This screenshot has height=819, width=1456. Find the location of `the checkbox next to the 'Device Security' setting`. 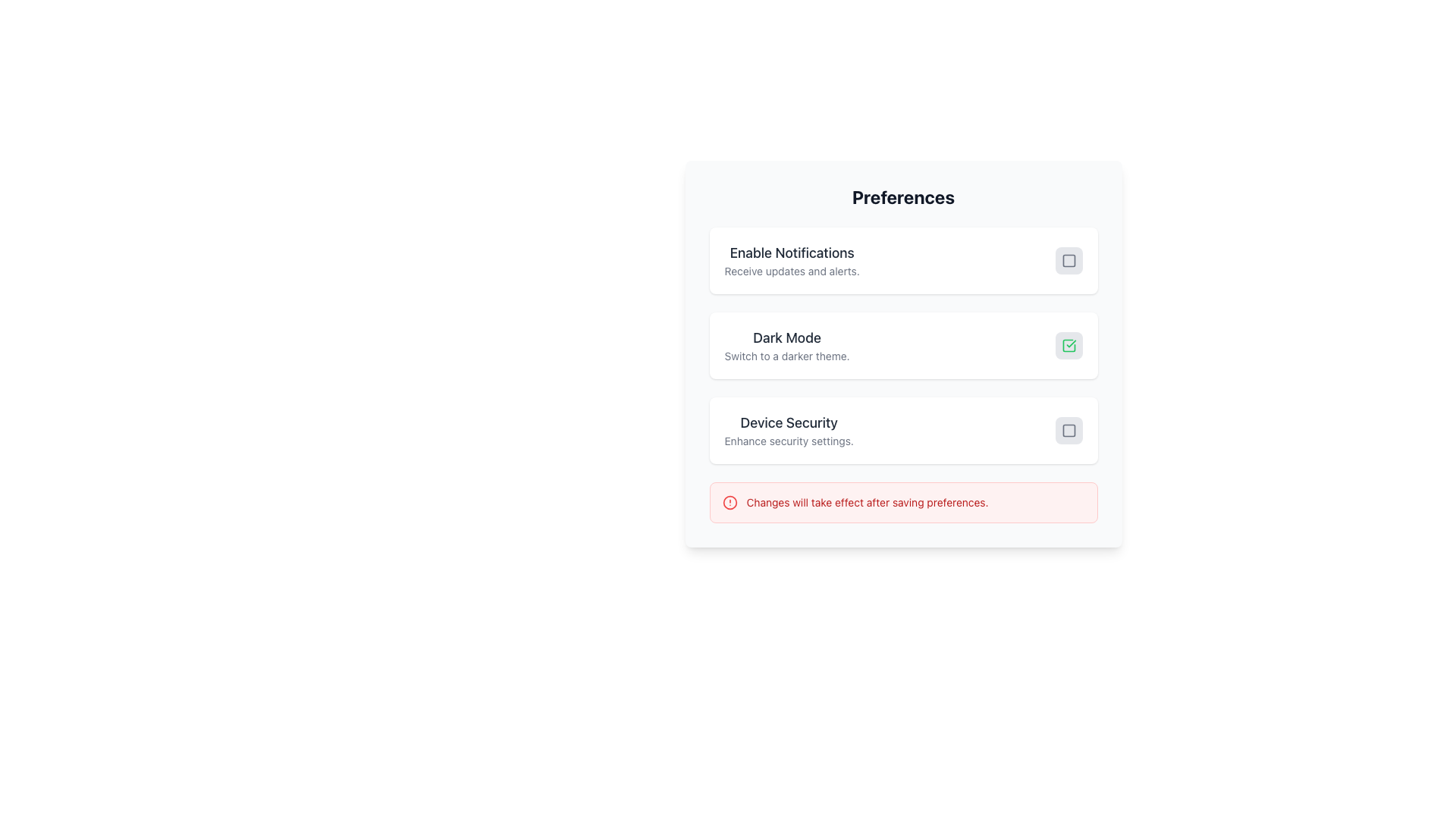

the checkbox next to the 'Device Security' setting is located at coordinates (903, 430).